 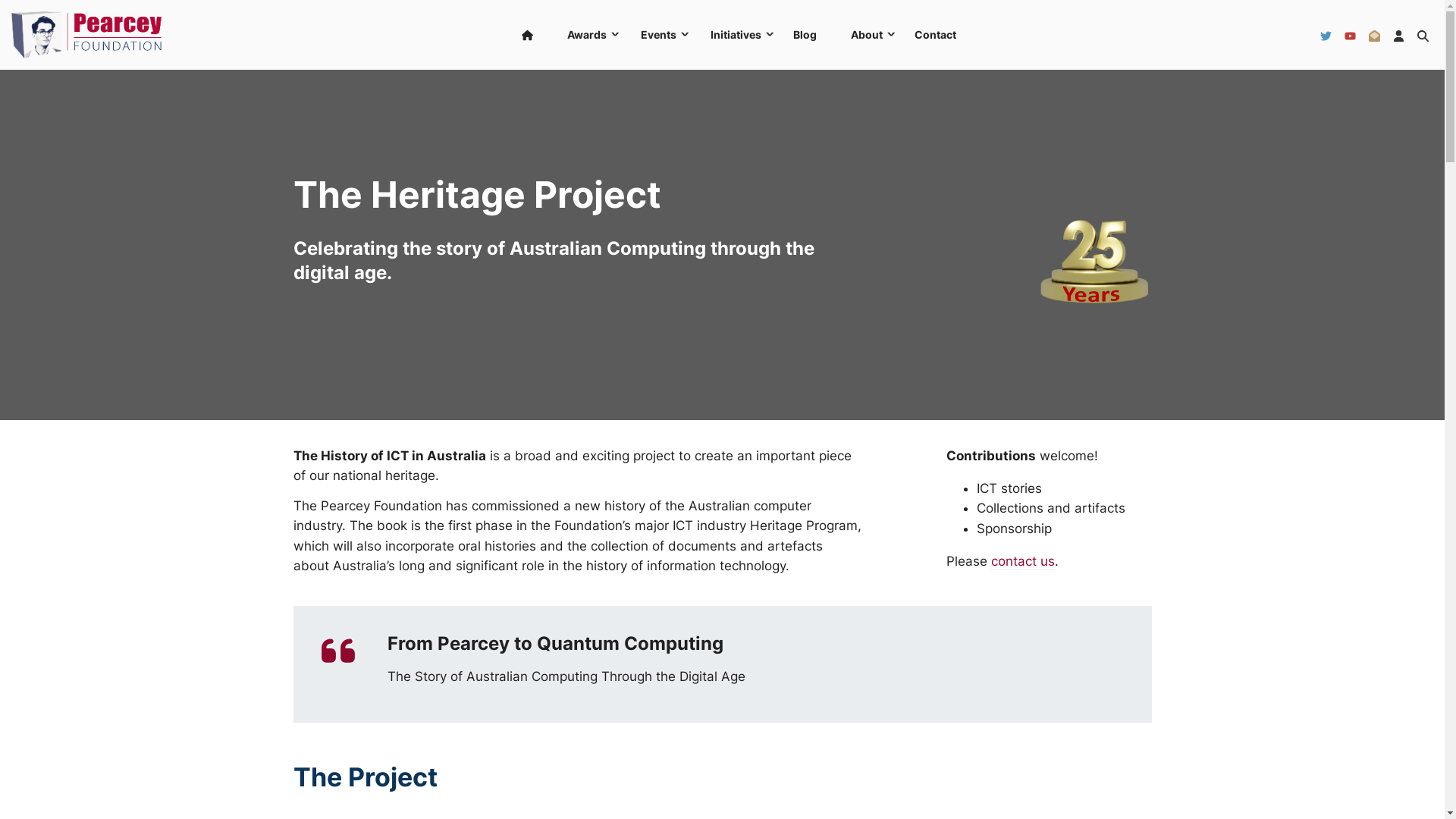 I want to click on 'Initiatives', so click(x=735, y=34).